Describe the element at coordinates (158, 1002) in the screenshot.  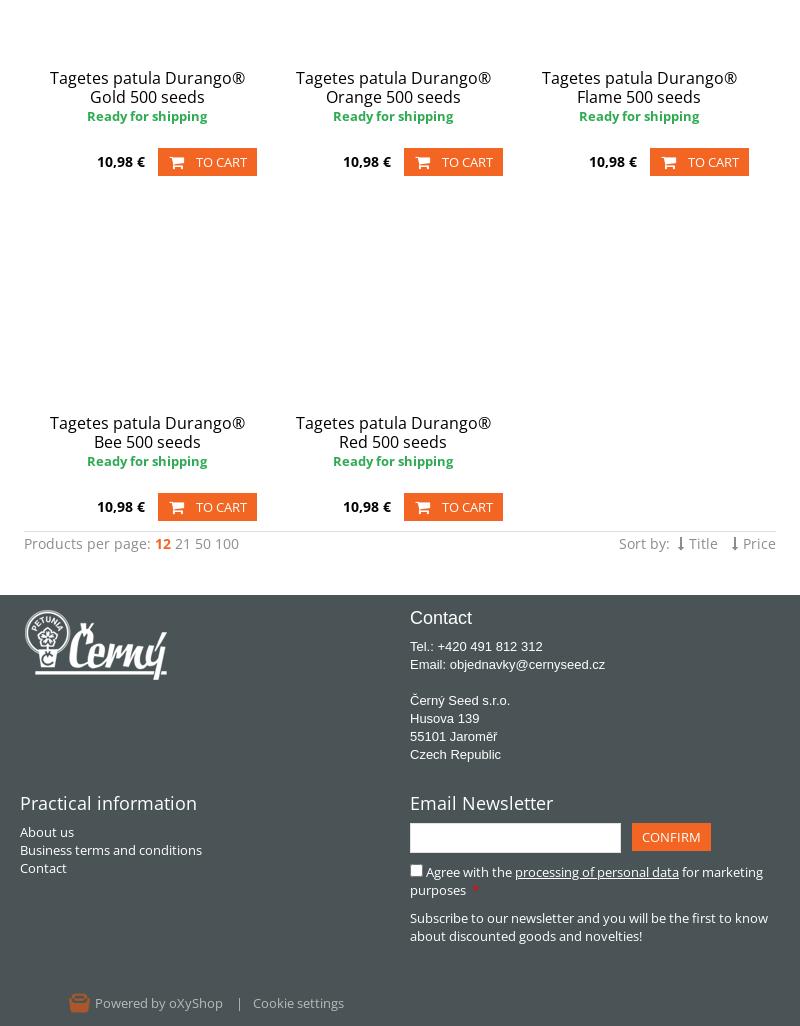
I see `'Powered by oXyShop'` at that location.